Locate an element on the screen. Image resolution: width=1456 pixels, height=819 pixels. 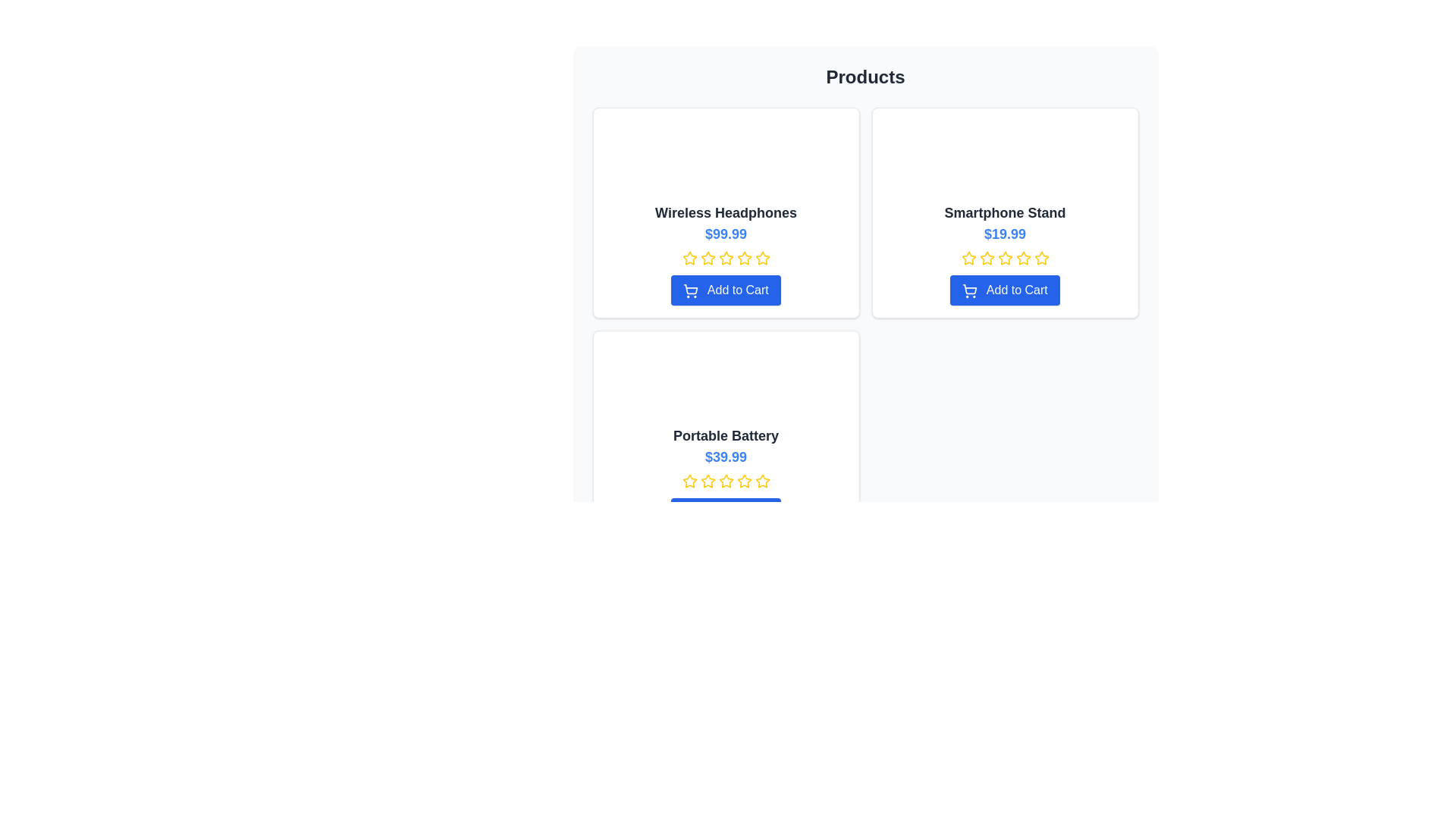
the fifth star icon in the rating component for the 'Wireless Headphones' product to interact with the rating system is located at coordinates (762, 257).